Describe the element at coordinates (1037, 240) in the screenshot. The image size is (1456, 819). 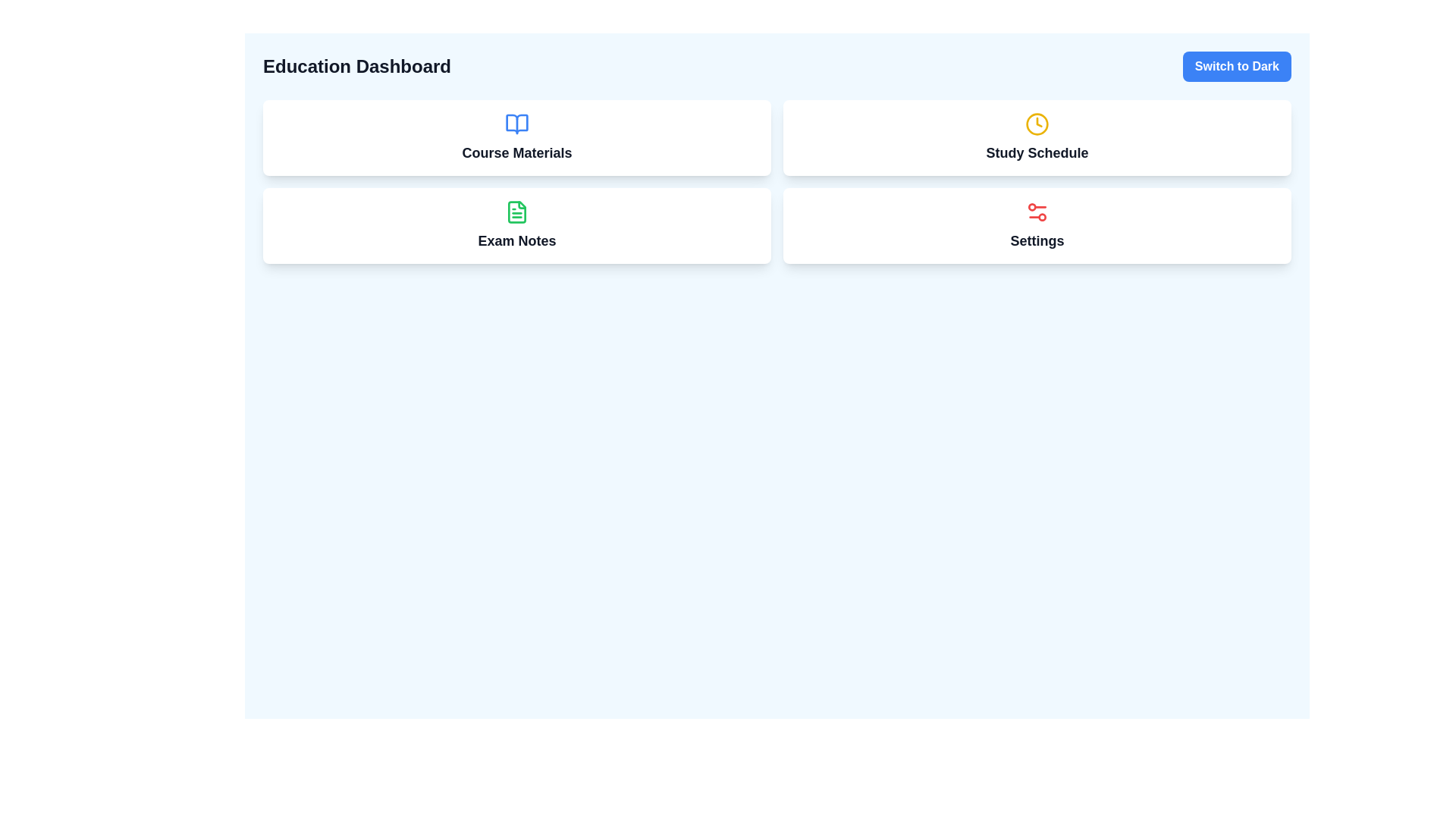
I see `the bold 'Settings' text label, which is prominently displayed in a large font at the bottom-right section of a rounded card` at that location.